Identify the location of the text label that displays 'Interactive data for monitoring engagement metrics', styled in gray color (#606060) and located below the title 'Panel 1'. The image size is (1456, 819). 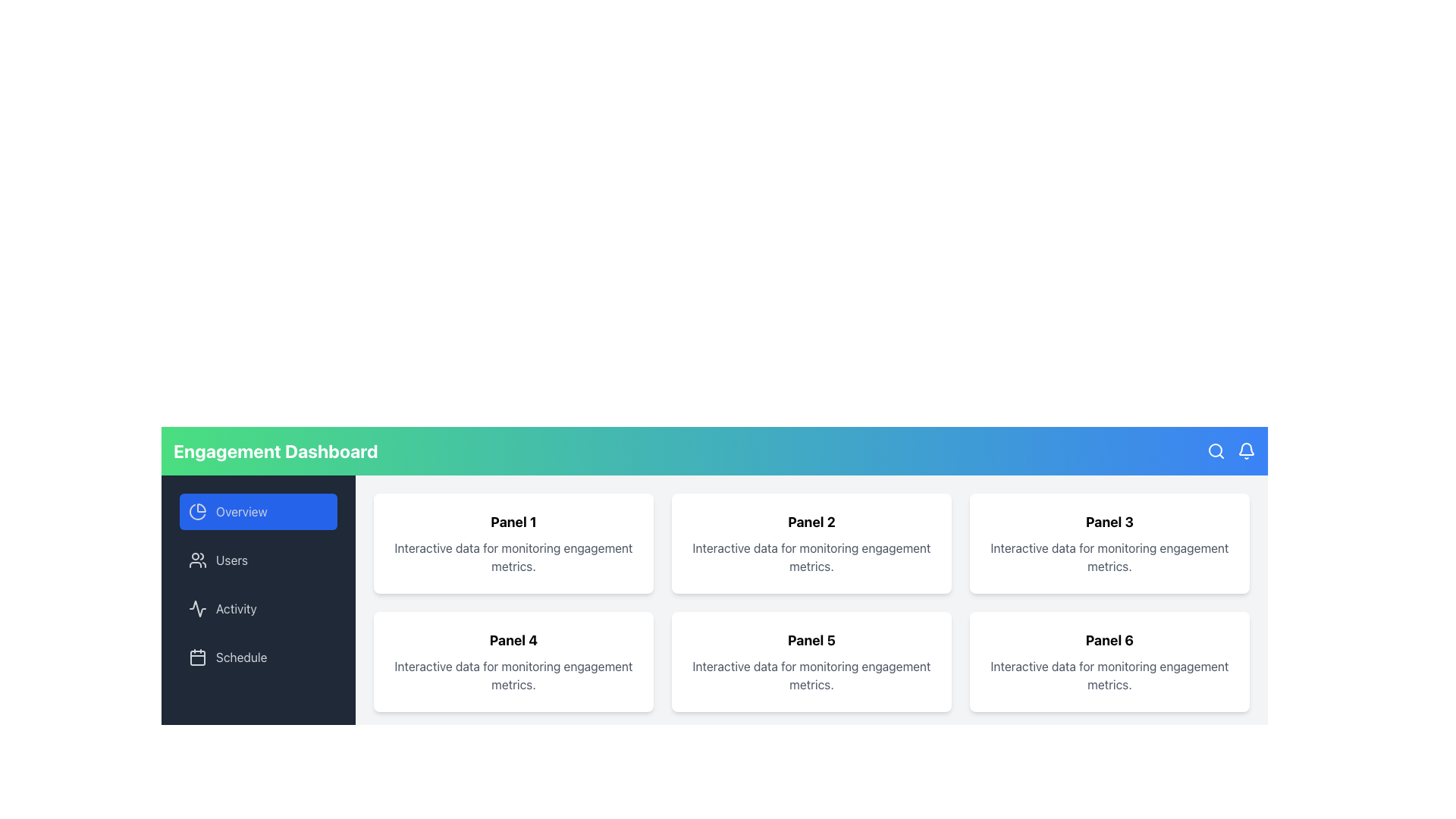
(513, 557).